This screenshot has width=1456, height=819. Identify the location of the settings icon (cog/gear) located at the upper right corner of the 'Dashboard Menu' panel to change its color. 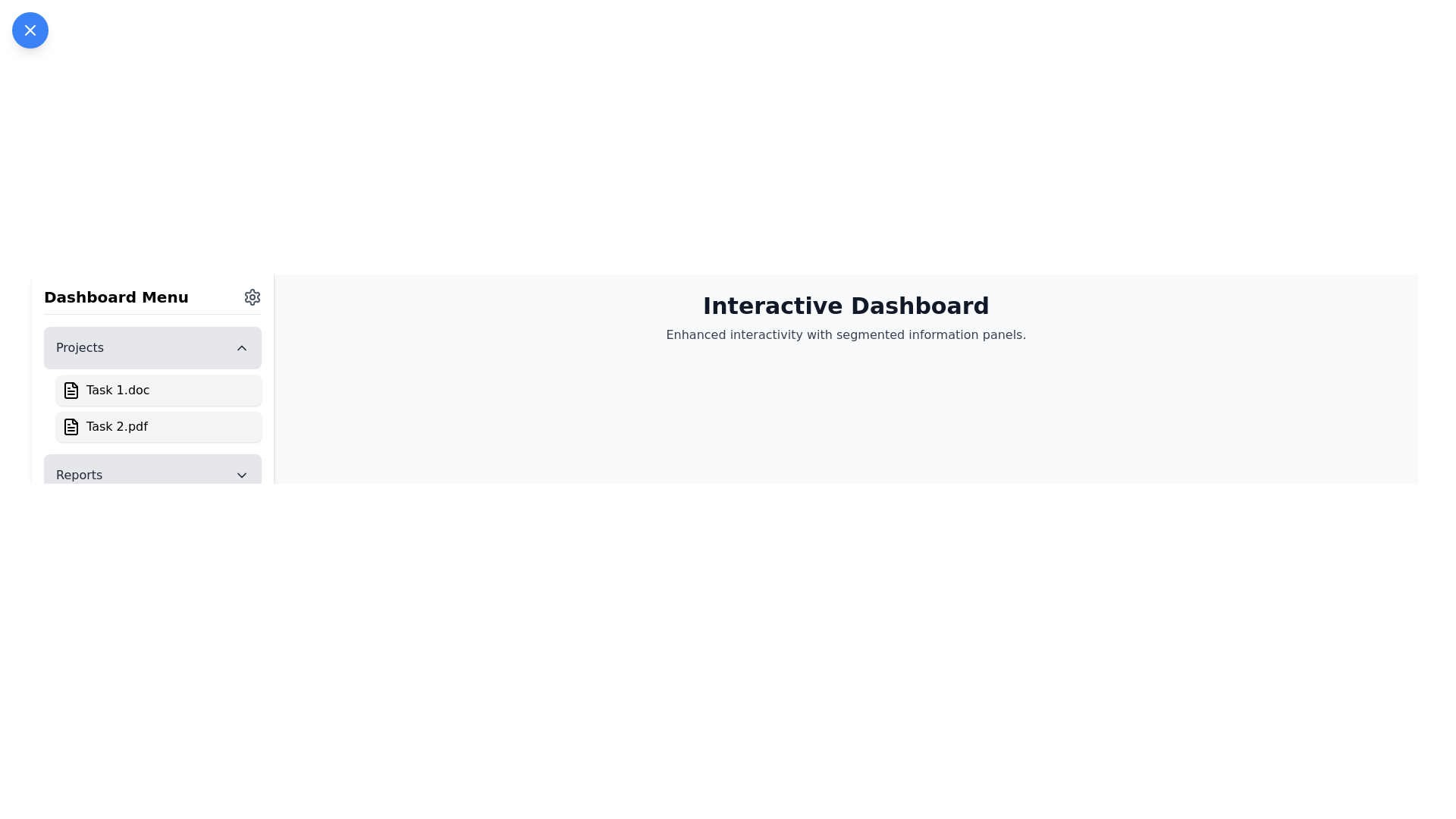
(252, 297).